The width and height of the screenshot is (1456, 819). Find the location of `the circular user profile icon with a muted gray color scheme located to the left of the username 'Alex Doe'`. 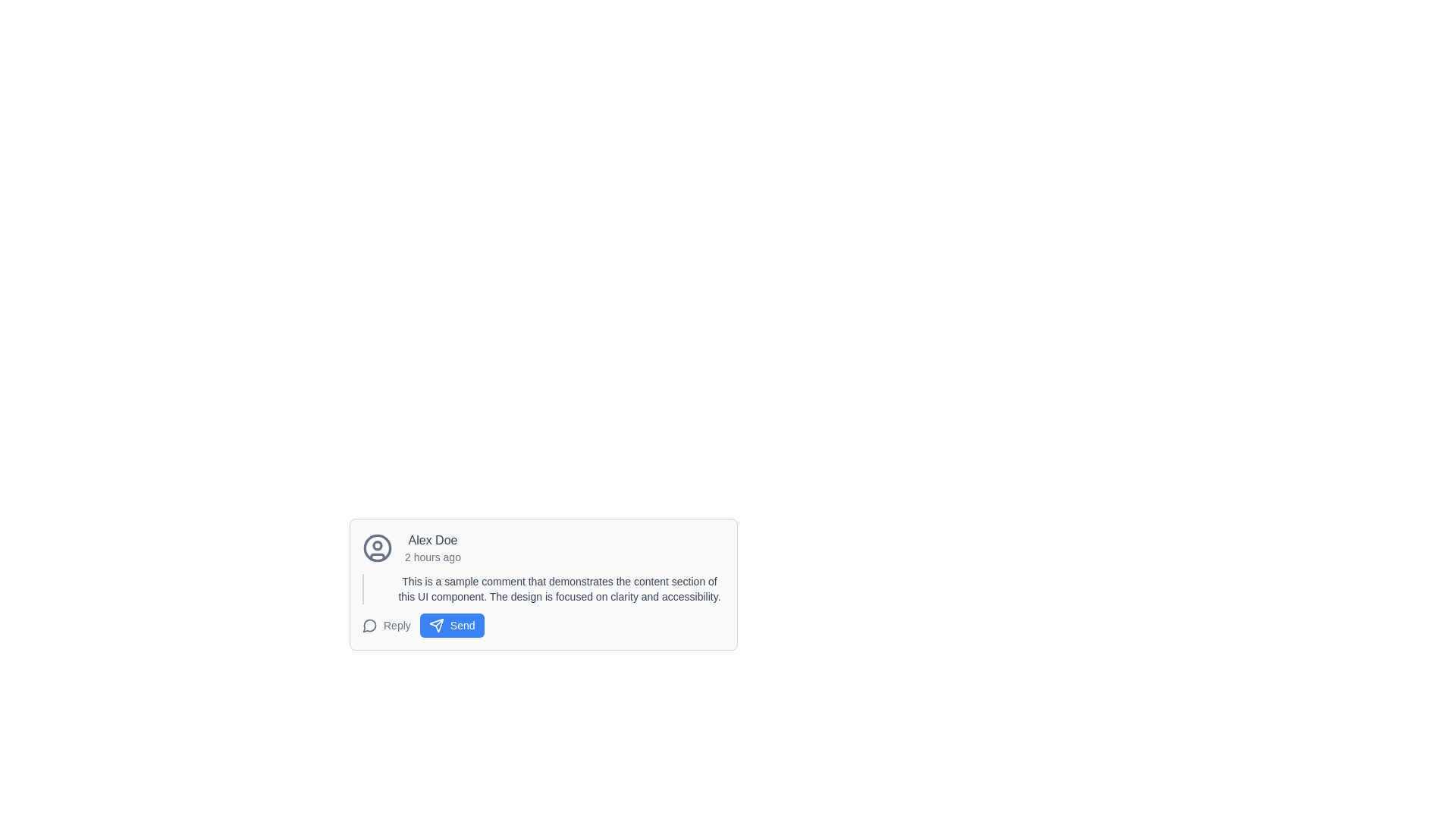

the circular user profile icon with a muted gray color scheme located to the left of the username 'Alex Doe' is located at coordinates (378, 548).